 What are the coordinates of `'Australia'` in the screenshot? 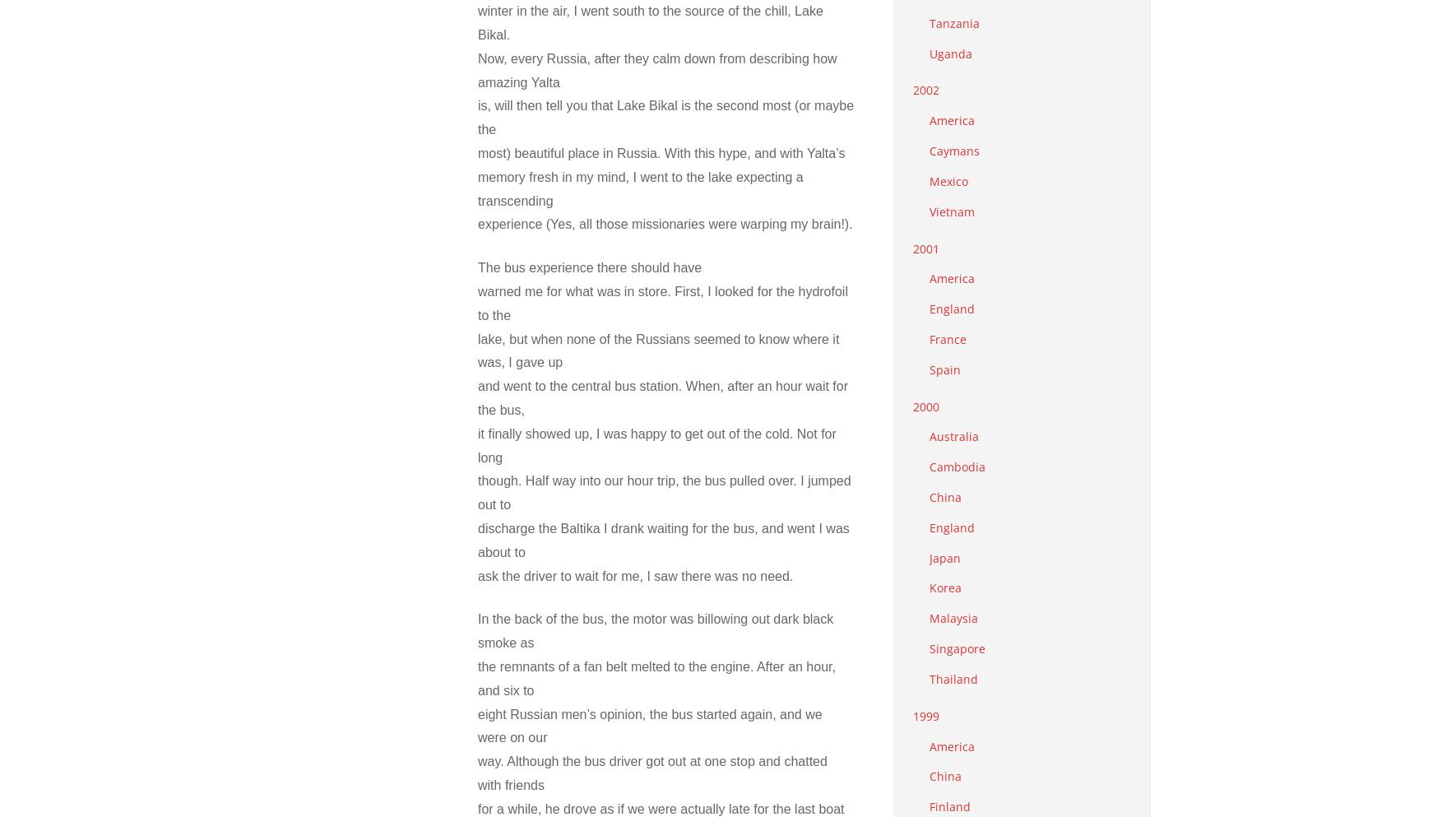 It's located at (954, 436).